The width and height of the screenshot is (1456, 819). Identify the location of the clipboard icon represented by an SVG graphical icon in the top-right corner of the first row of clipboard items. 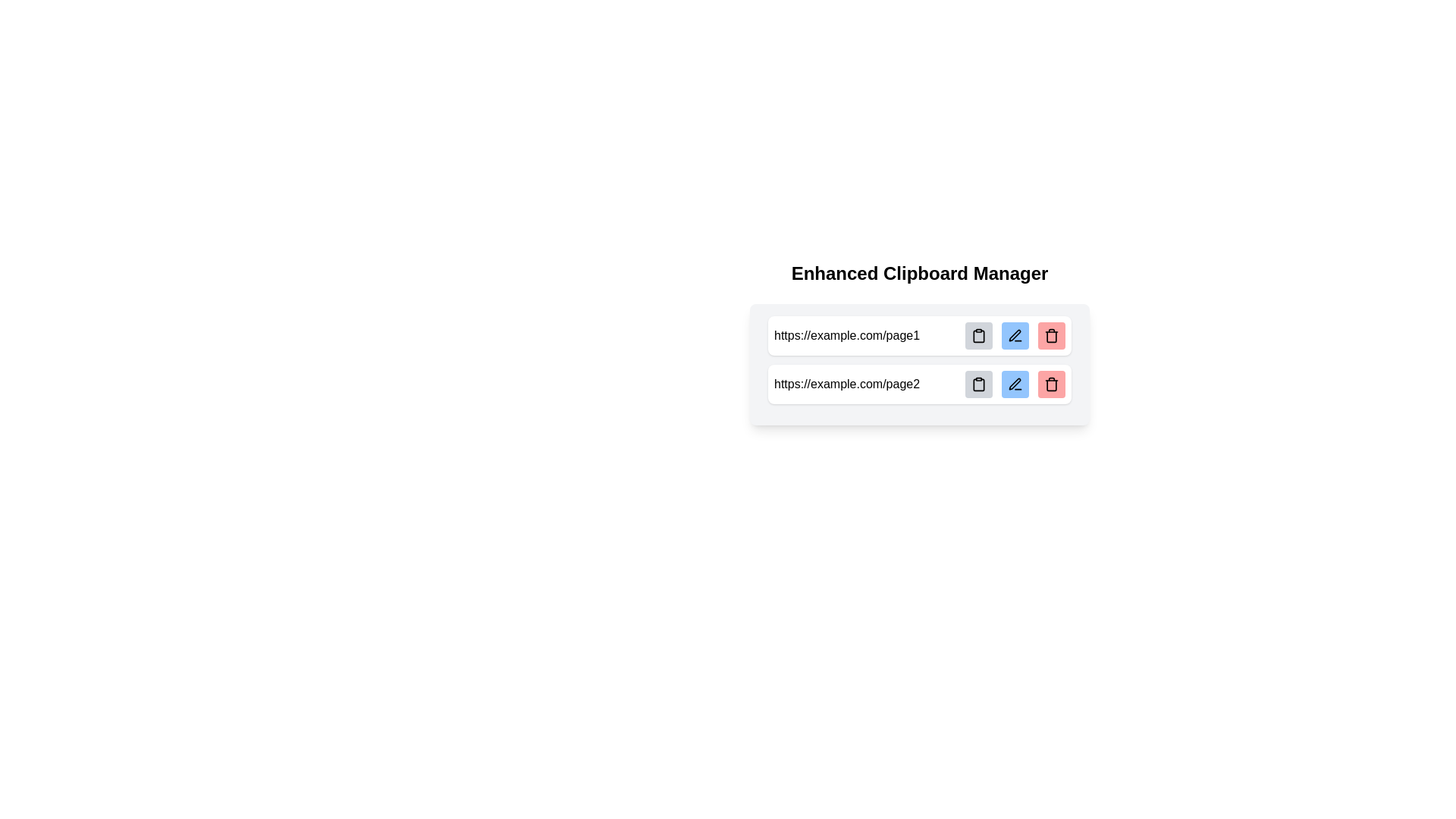
(979, 383).